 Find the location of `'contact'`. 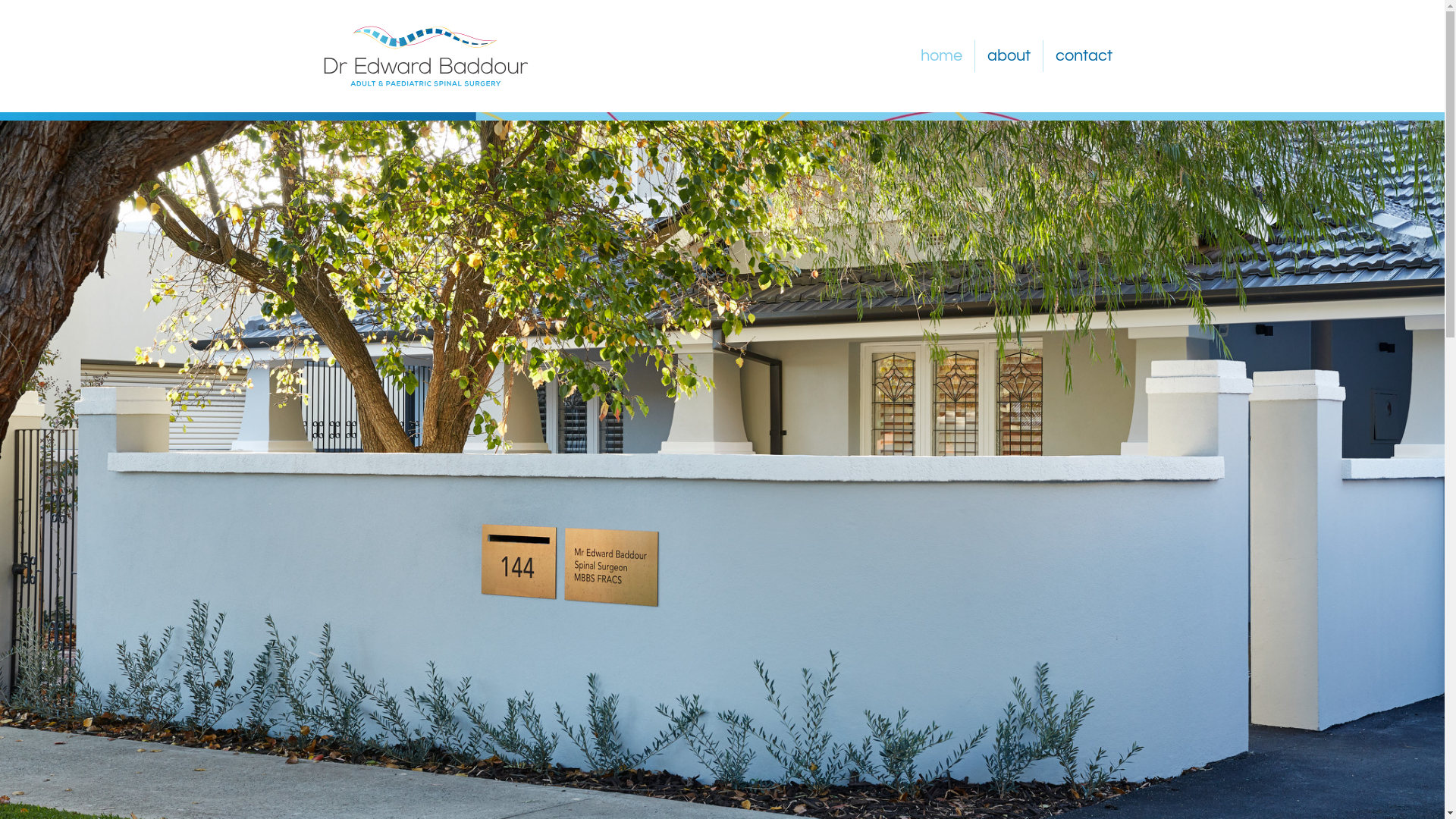

'contact' is located at coordinates (1083, 55).